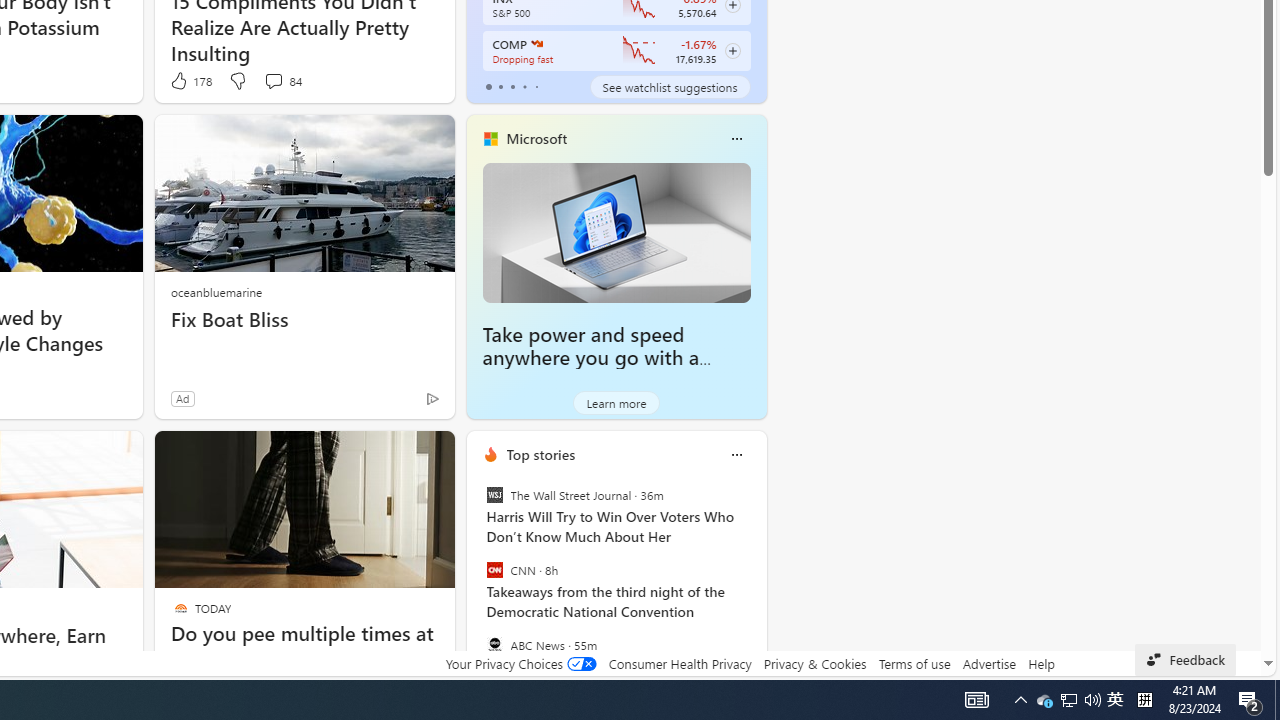  I want to click on 'tab-3', so click(524, 86).